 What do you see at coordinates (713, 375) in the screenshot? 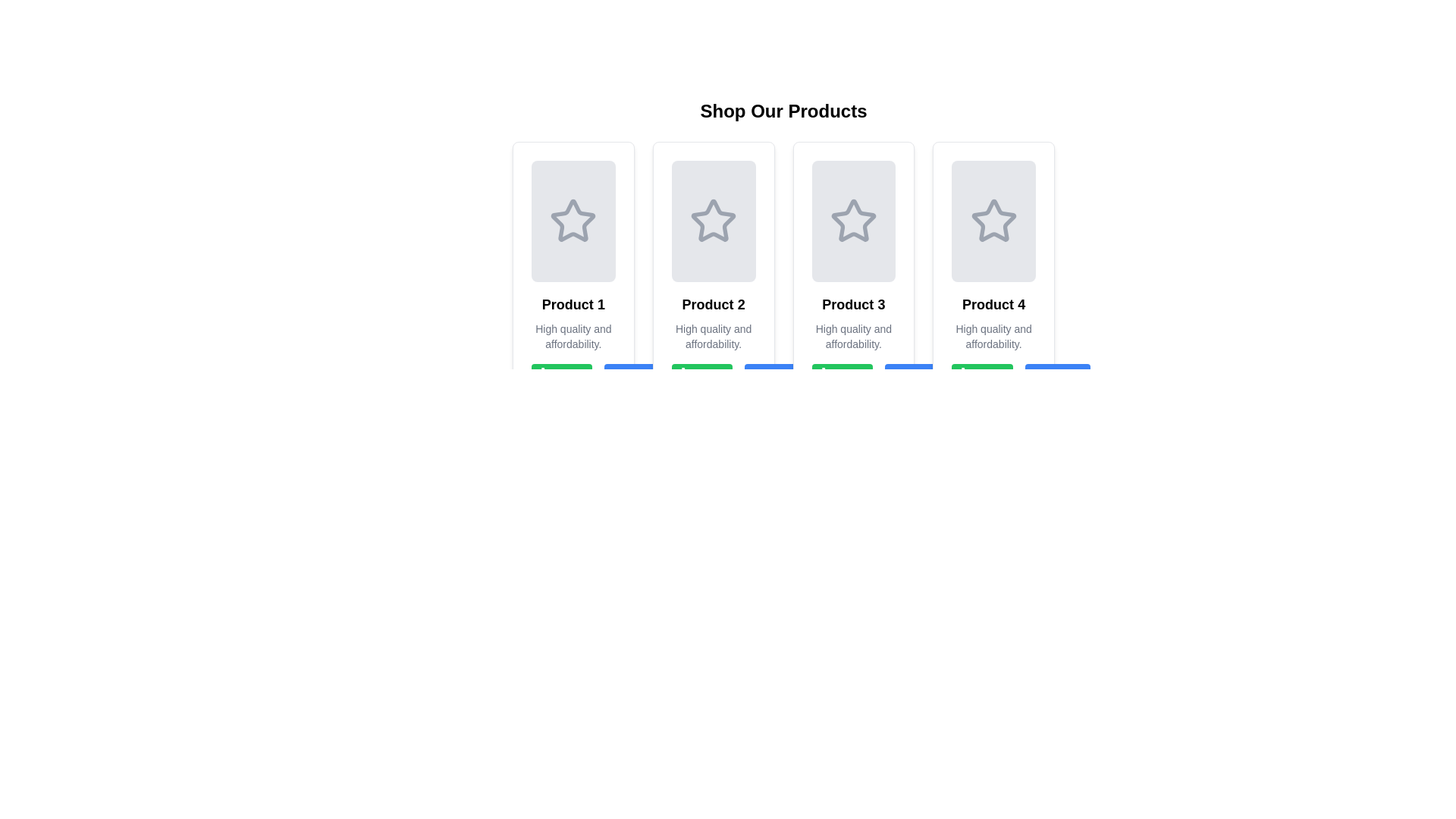
I see `the 'Add' button in the Action button group located below the description text of the product card labeled 'Product 2'` at bounding box center [713, 375].